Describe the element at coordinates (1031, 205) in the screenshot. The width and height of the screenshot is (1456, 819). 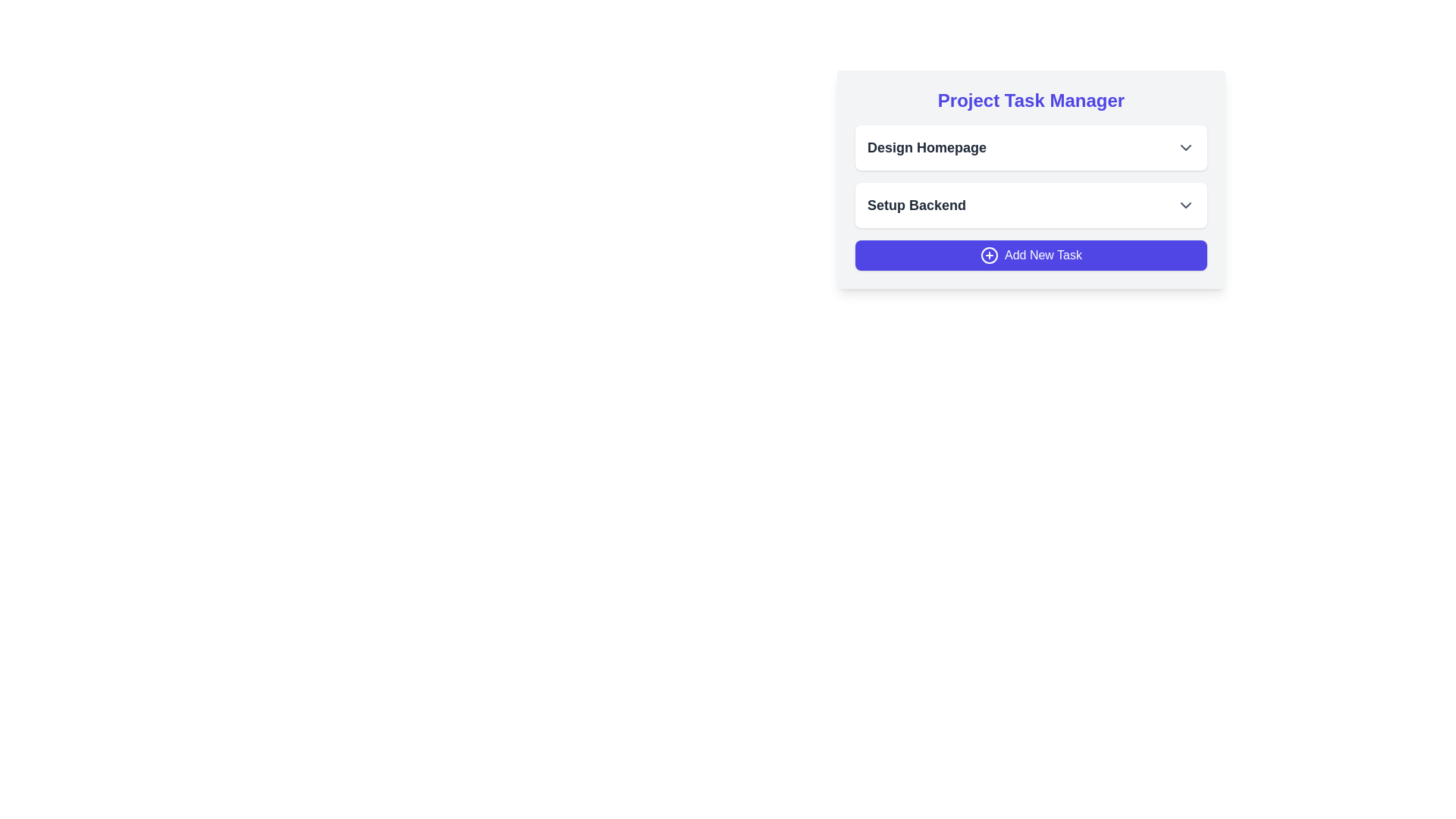
I see `the Dropdown menu button related to 'Setup Backend'` at that location.